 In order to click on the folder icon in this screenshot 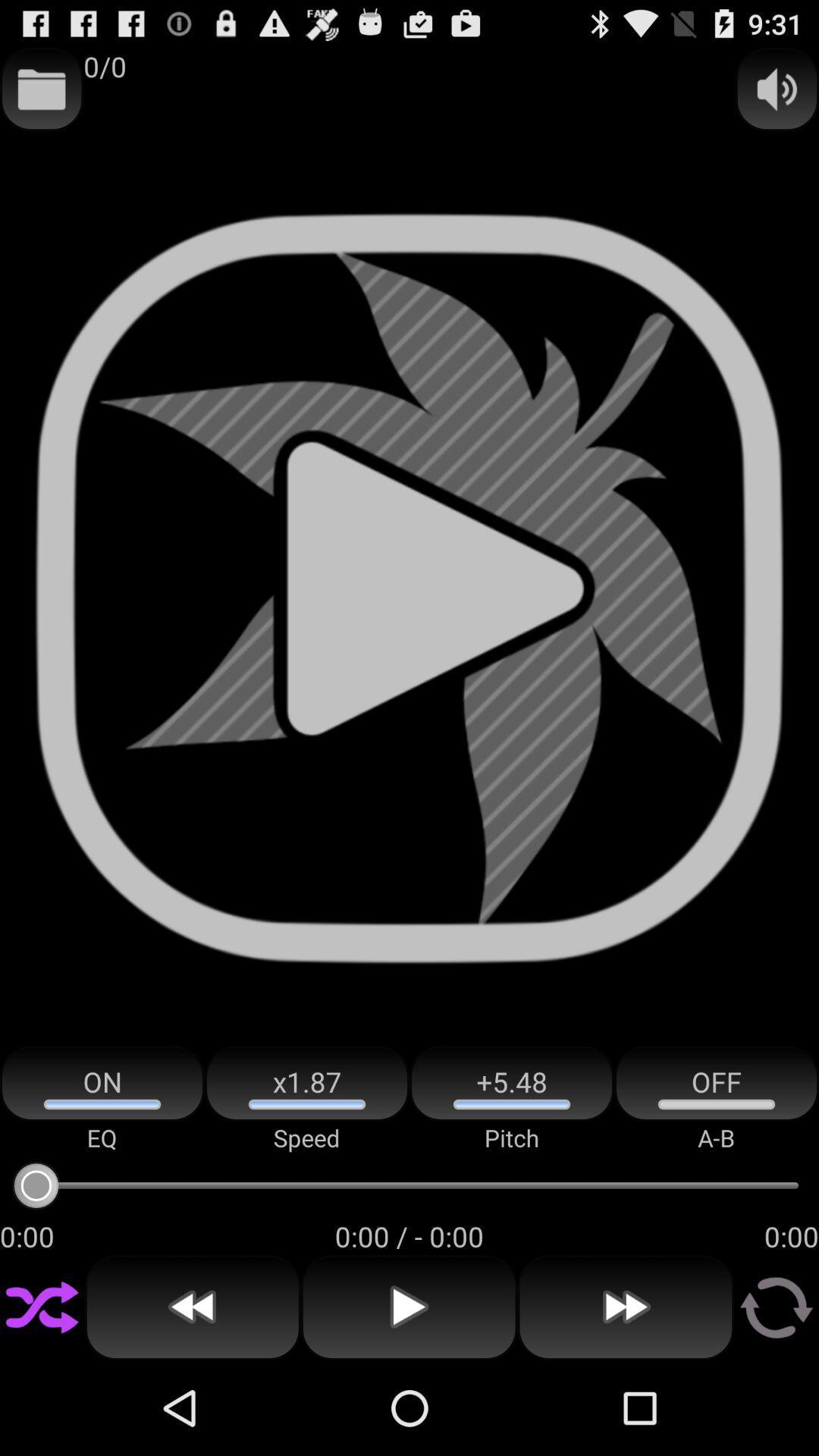, I will do `click(41, 95)`.